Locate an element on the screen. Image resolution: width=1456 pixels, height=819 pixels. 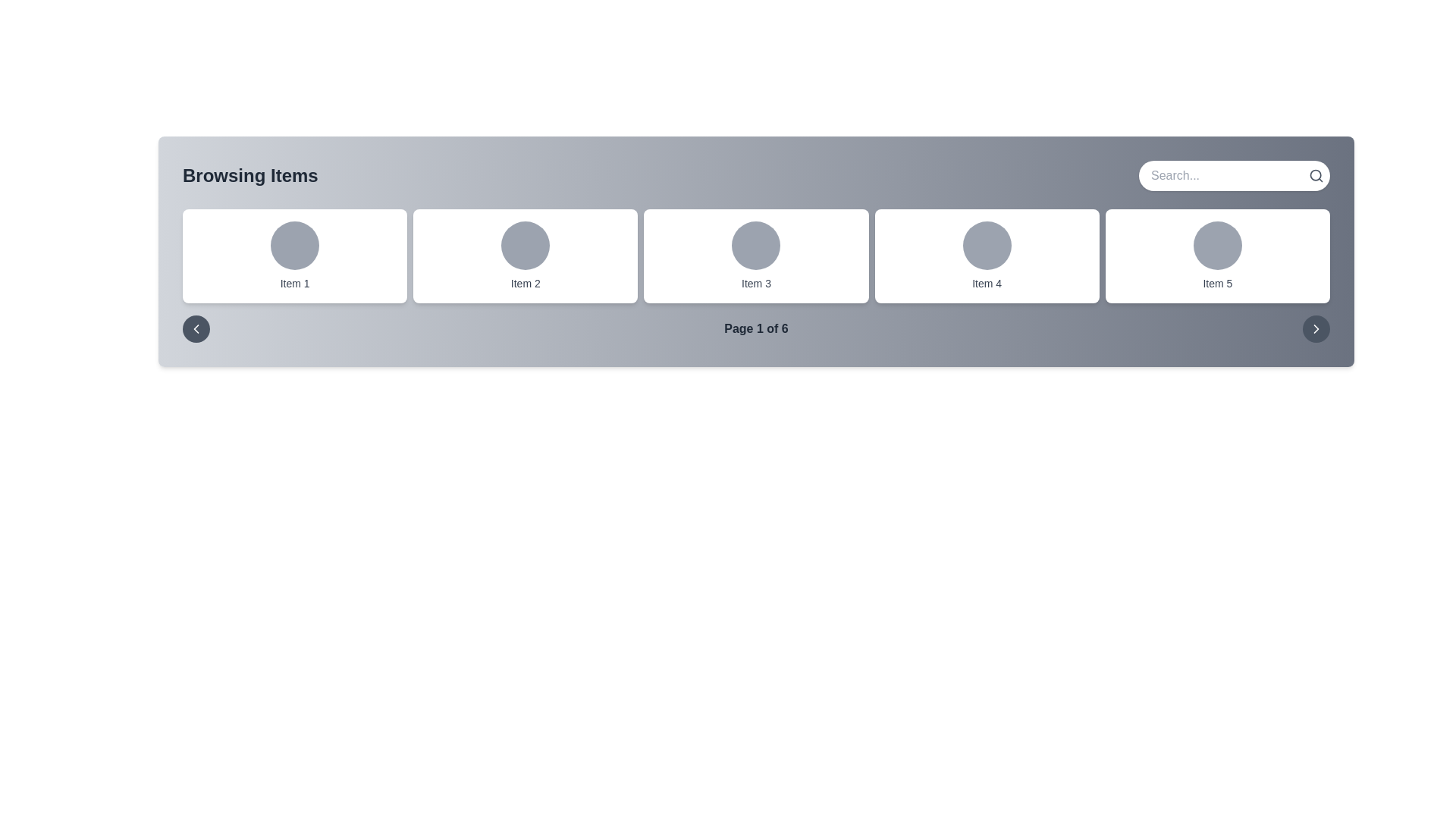
the Static Text Label that displays 'Item 2', which is positioned centrally below a circular placeholder image in a card-based layout is located at coordinates (526, 284).